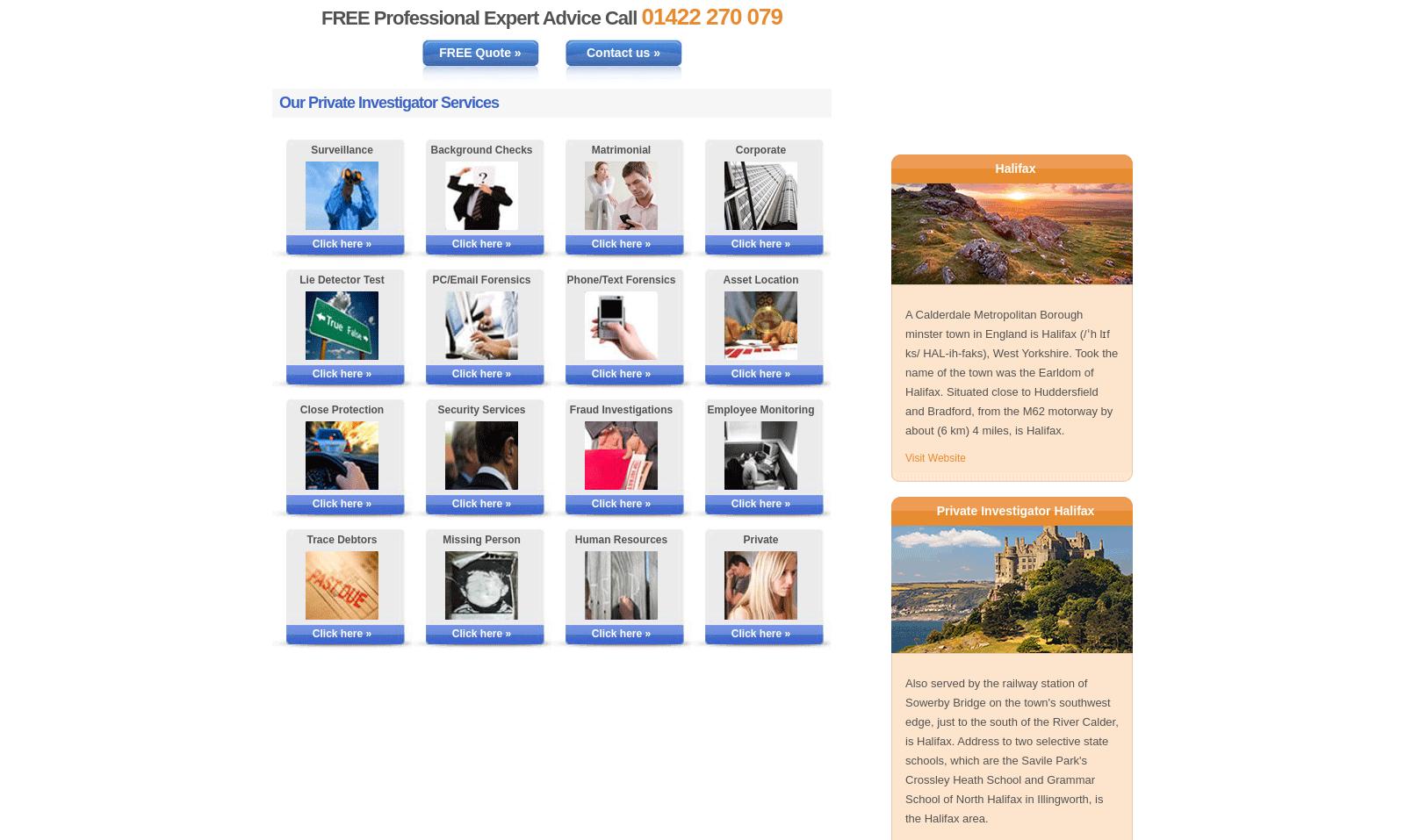 The width and height of the screenshot is (1405, 840). I want to click on 'Asset Location', so click(760, 279).